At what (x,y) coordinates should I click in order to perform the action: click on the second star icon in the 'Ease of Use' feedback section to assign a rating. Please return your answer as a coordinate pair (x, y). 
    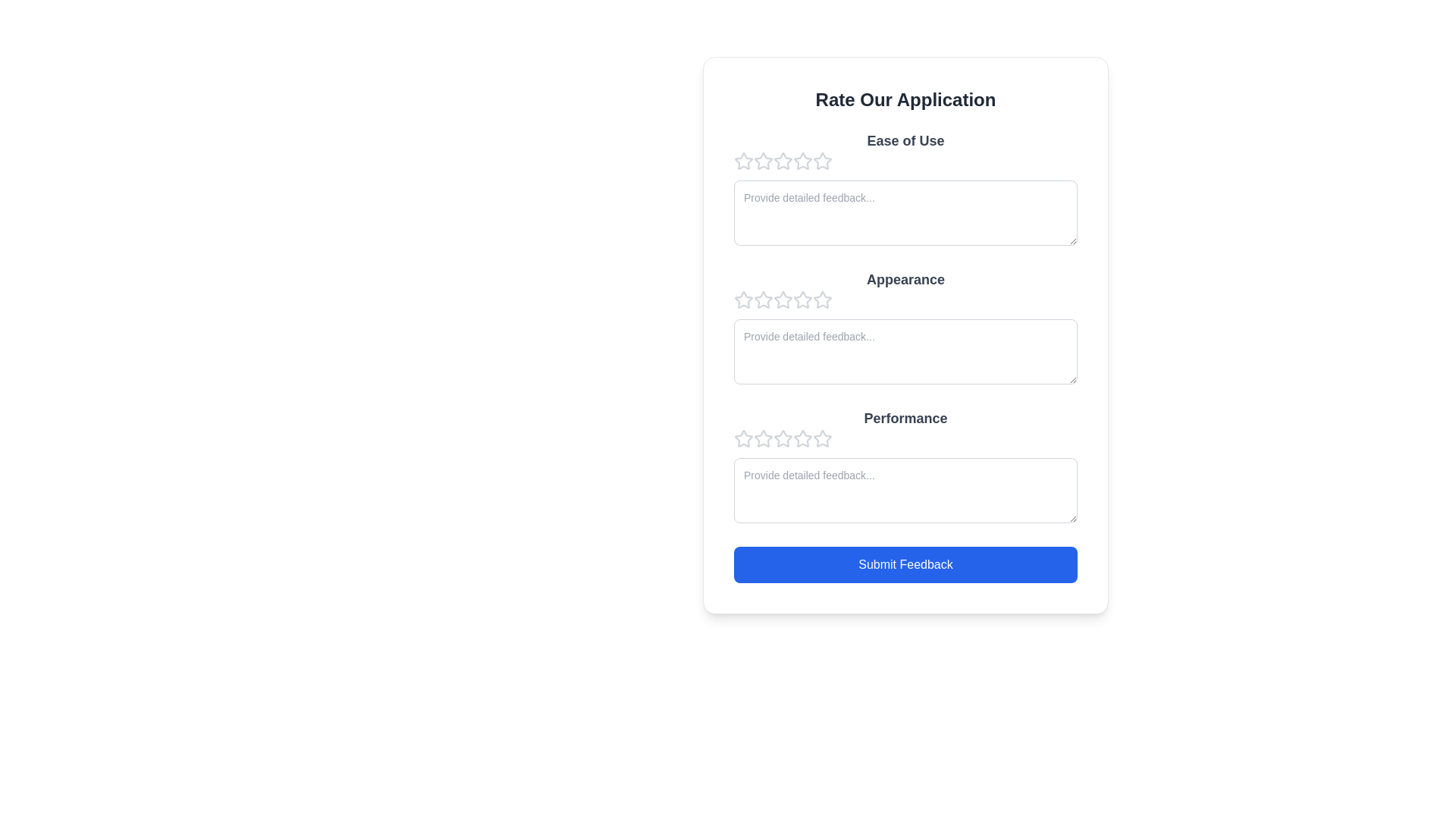
    Looking at the image, I should click on (801, 161).